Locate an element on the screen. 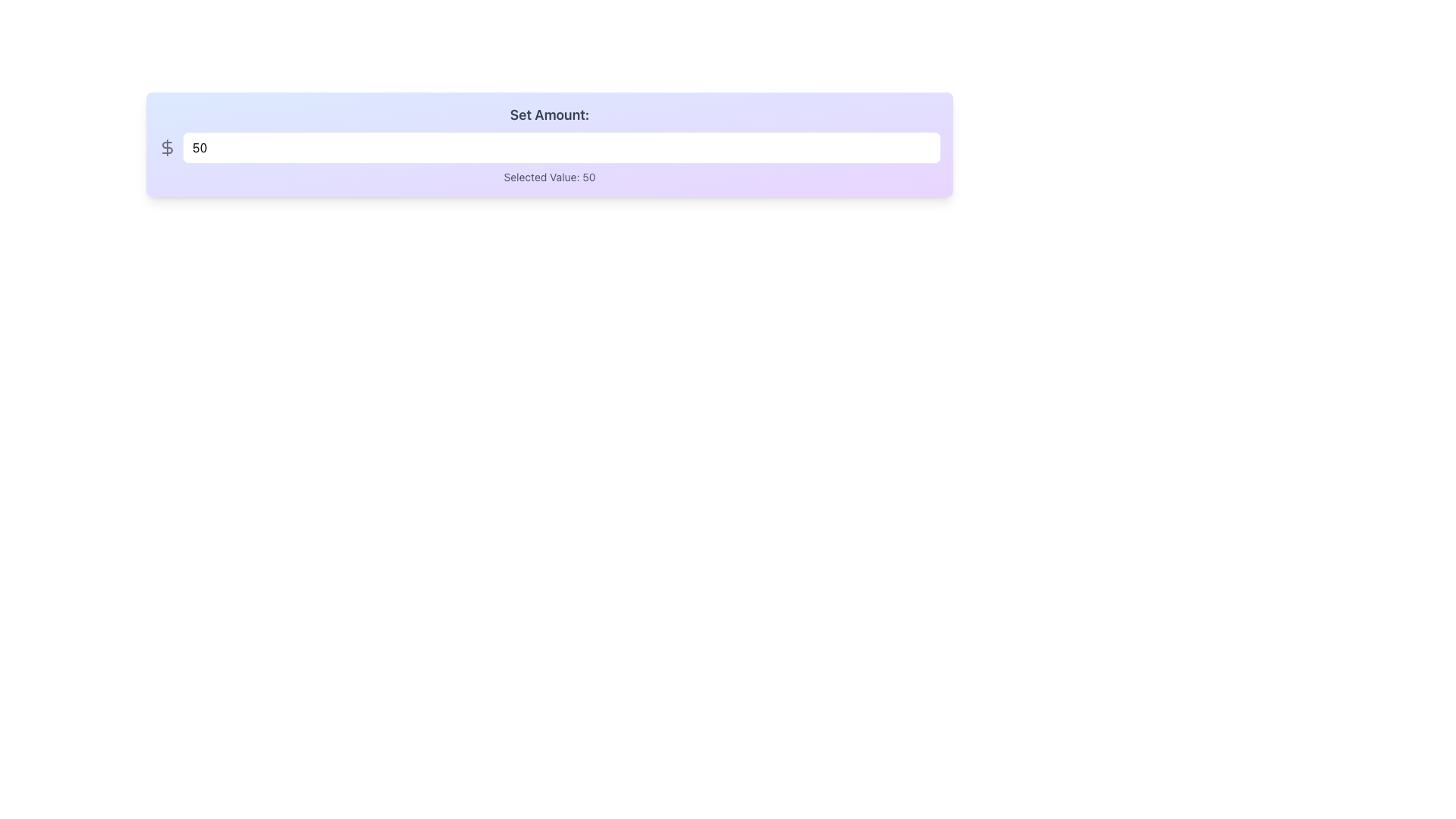 Image resolution: width=1456 pixels, height=819 pixels. the Number Input Field that is horizontally aligned, has a light background gradient, rounded corners, and a gray border to focus it for numeric input is located at coordinates (548, 148).